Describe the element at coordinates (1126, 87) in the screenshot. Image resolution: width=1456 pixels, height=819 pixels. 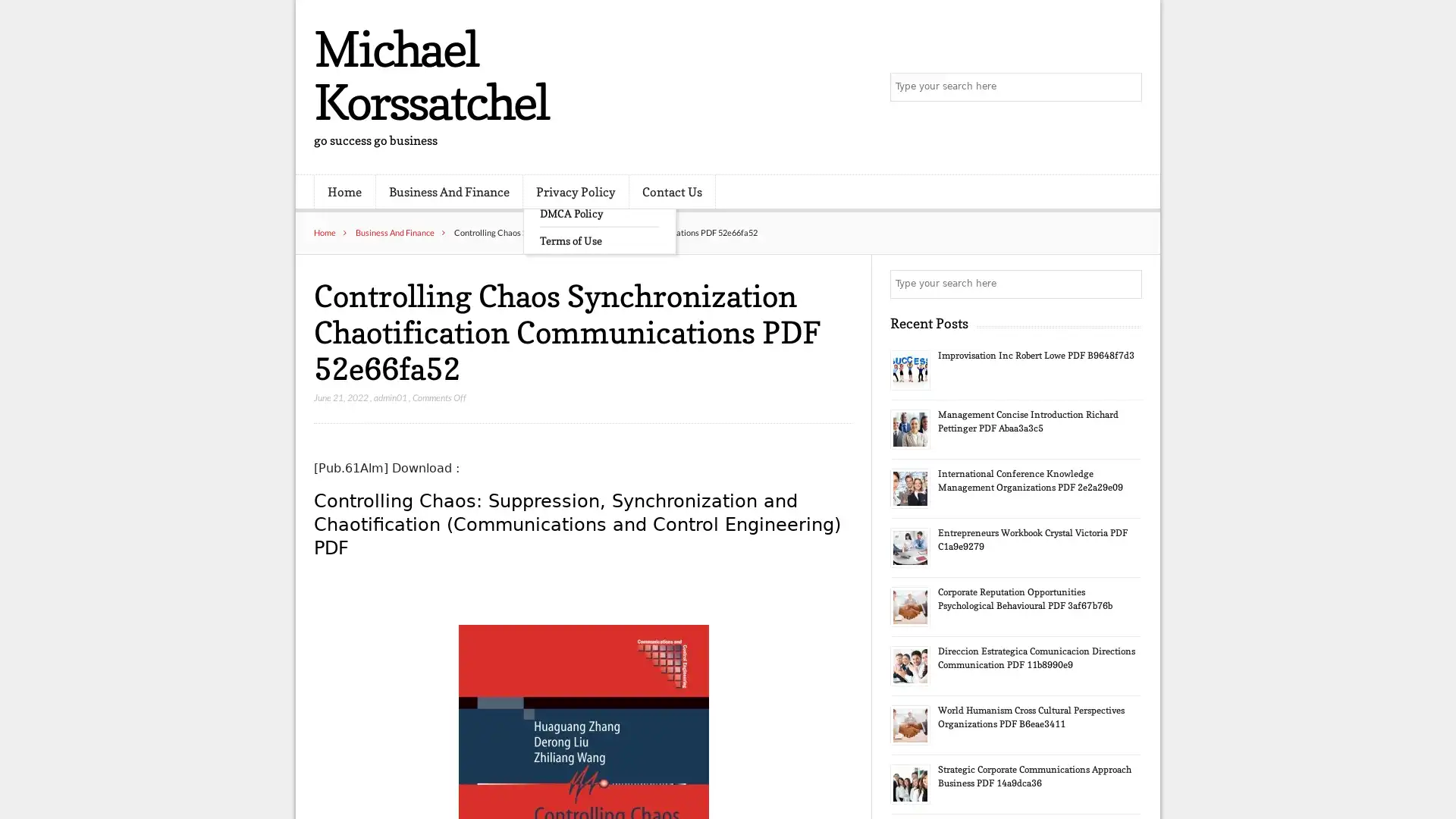
I see `Search` at that location.